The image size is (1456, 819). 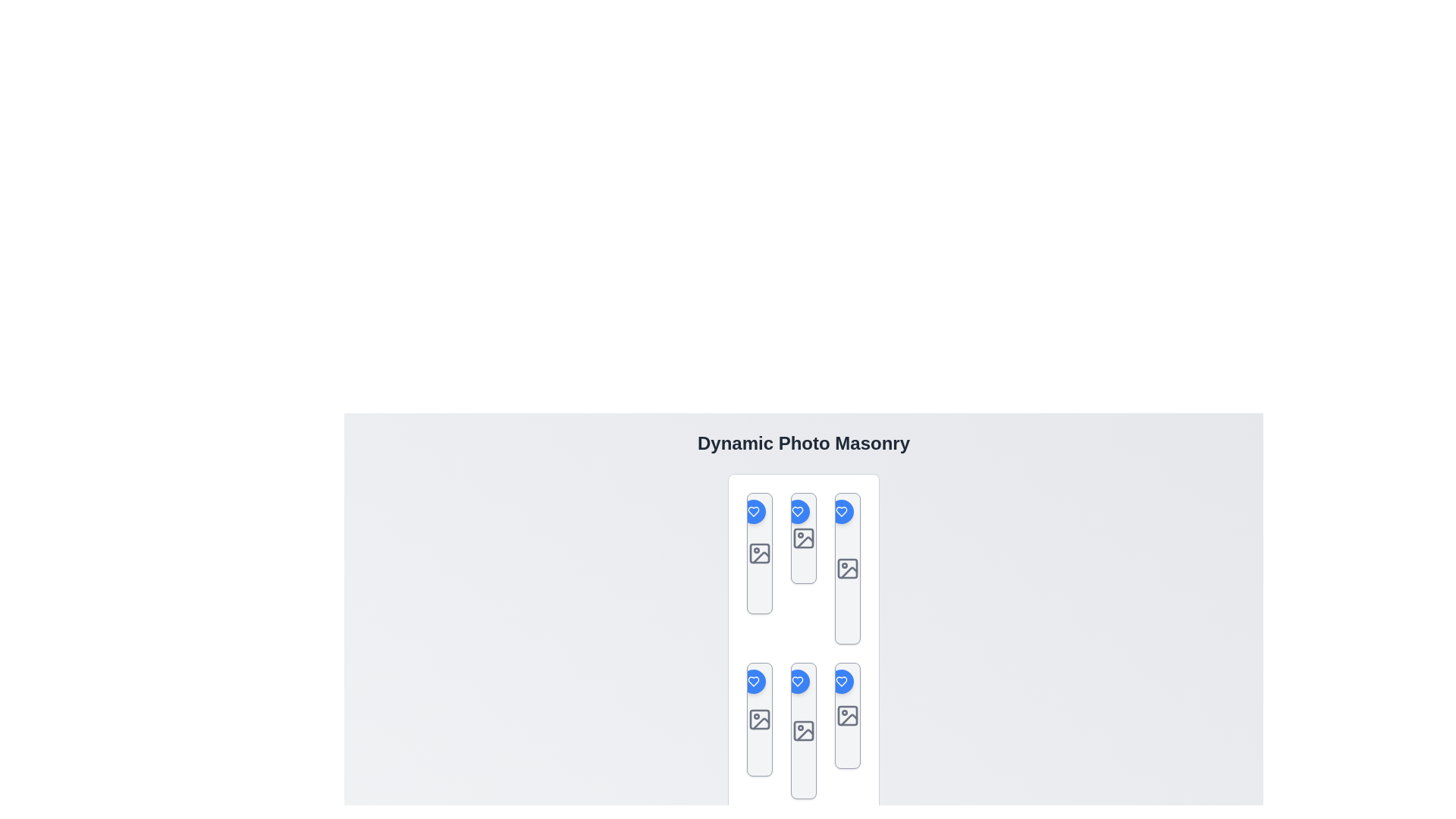 What do you see at coordinates (753, 512) in the screenshot?
I see `the heart-shaped icon within the circular button located at the top-right corner of the card to like or favorite the item` at bounding box center [753, 512].